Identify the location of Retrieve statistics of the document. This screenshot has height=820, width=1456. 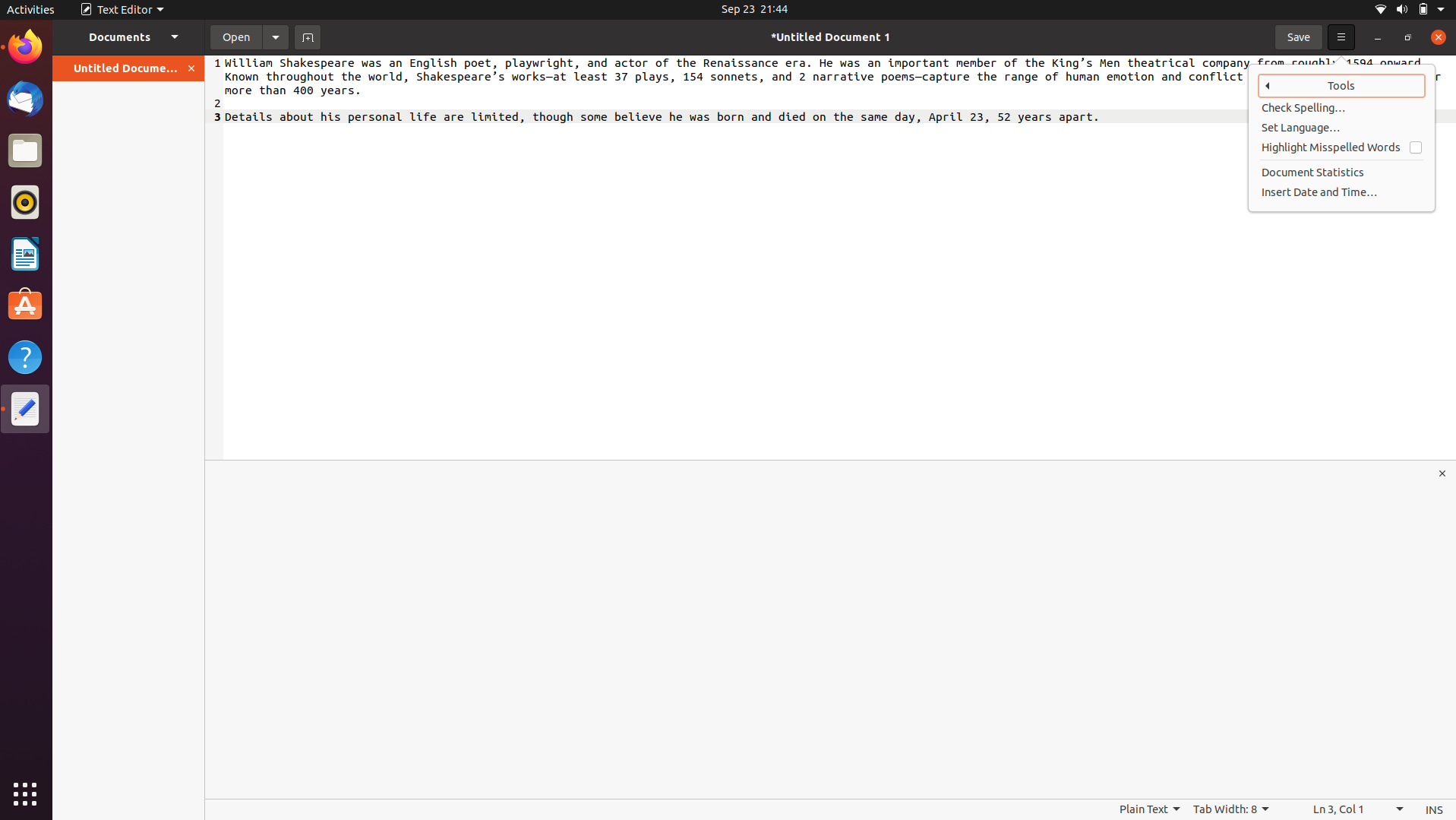
(1341, 170).